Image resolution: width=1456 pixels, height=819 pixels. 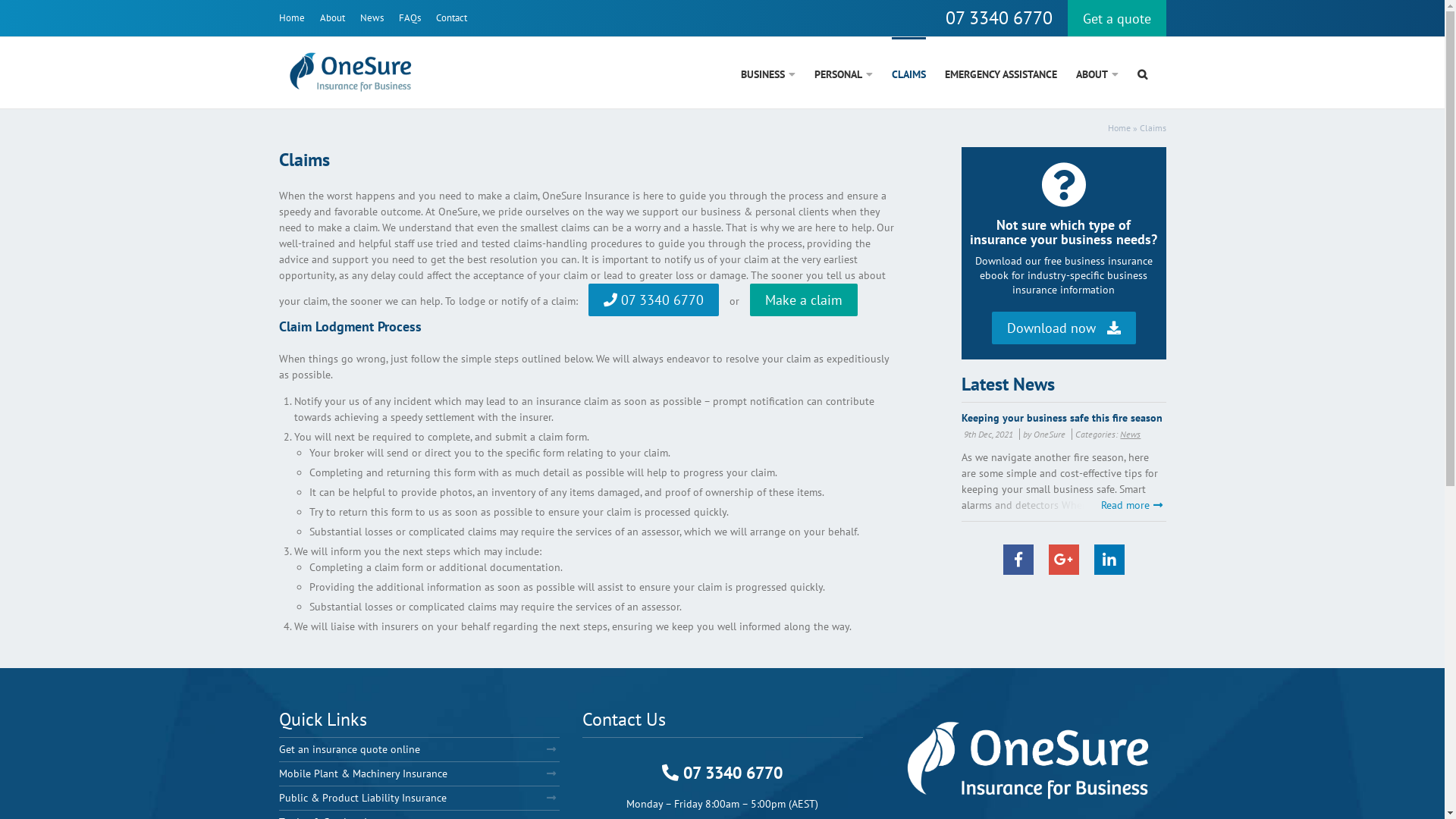 I want to click on 'FAQs', so click(x=409, y=17).